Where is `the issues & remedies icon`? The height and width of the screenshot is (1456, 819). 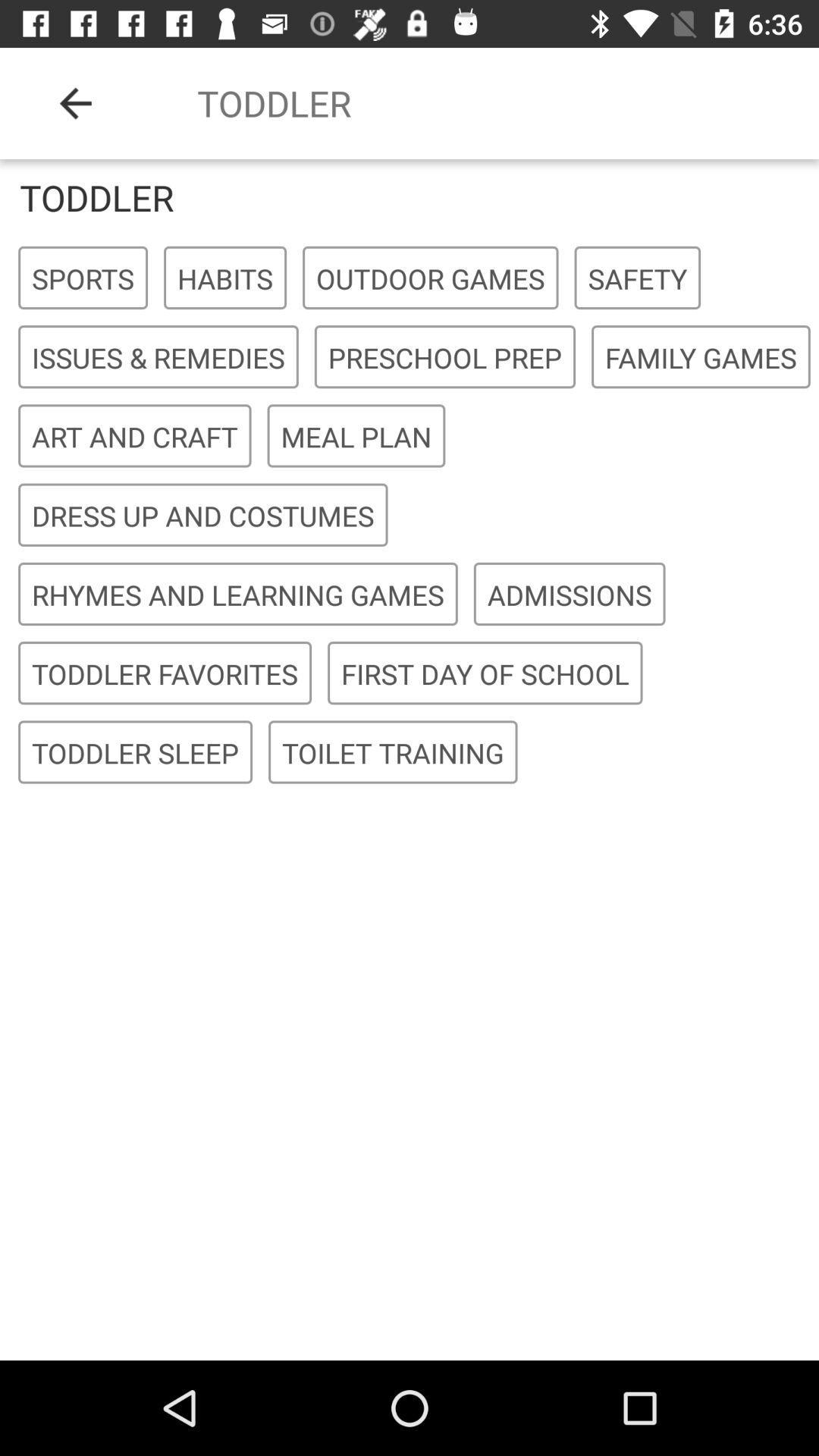 the issues & remedies icon is located at coordinates (158, 356).